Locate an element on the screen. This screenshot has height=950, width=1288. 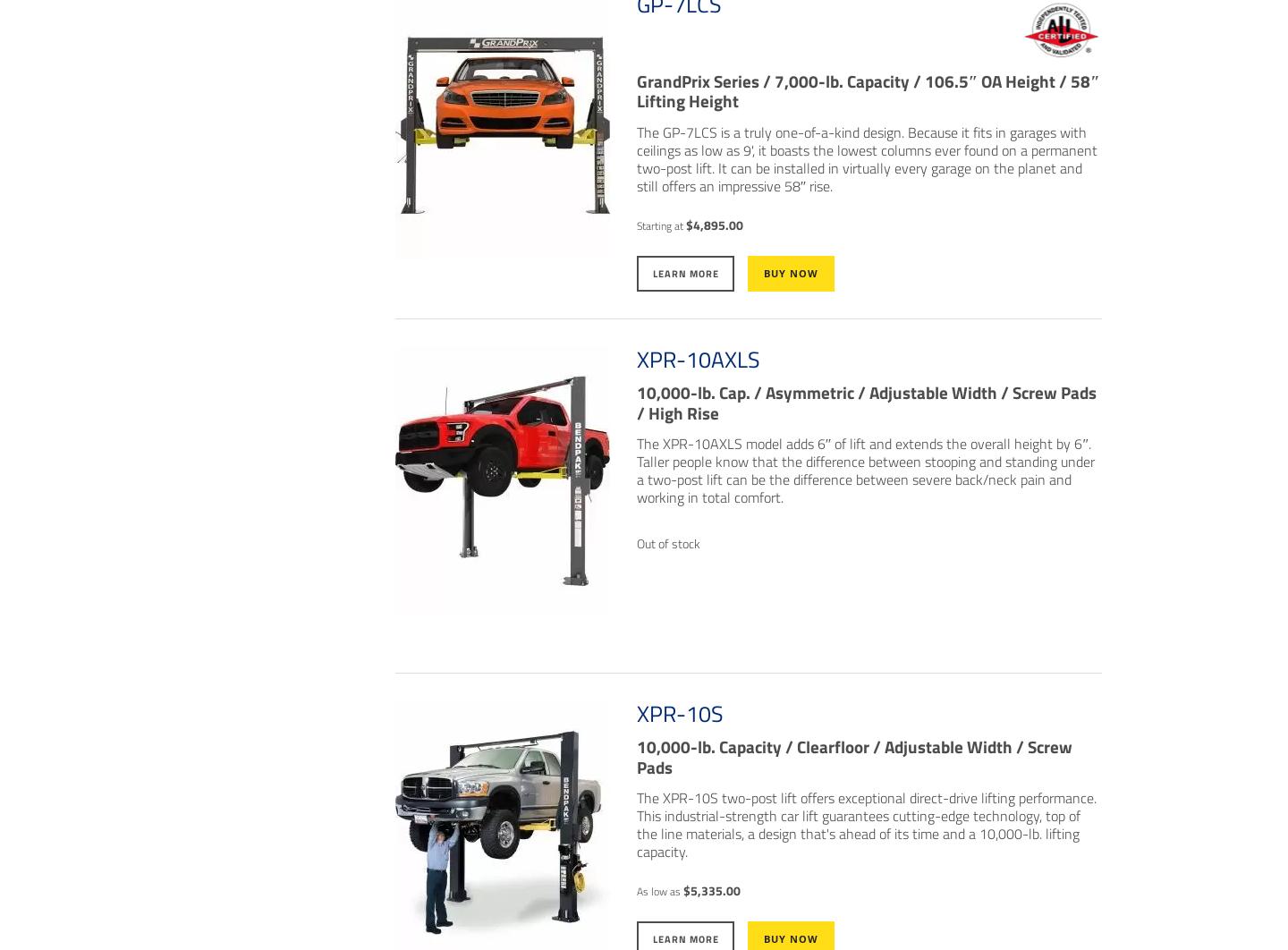
'Out of stock' is located at coordinates (666, 543).